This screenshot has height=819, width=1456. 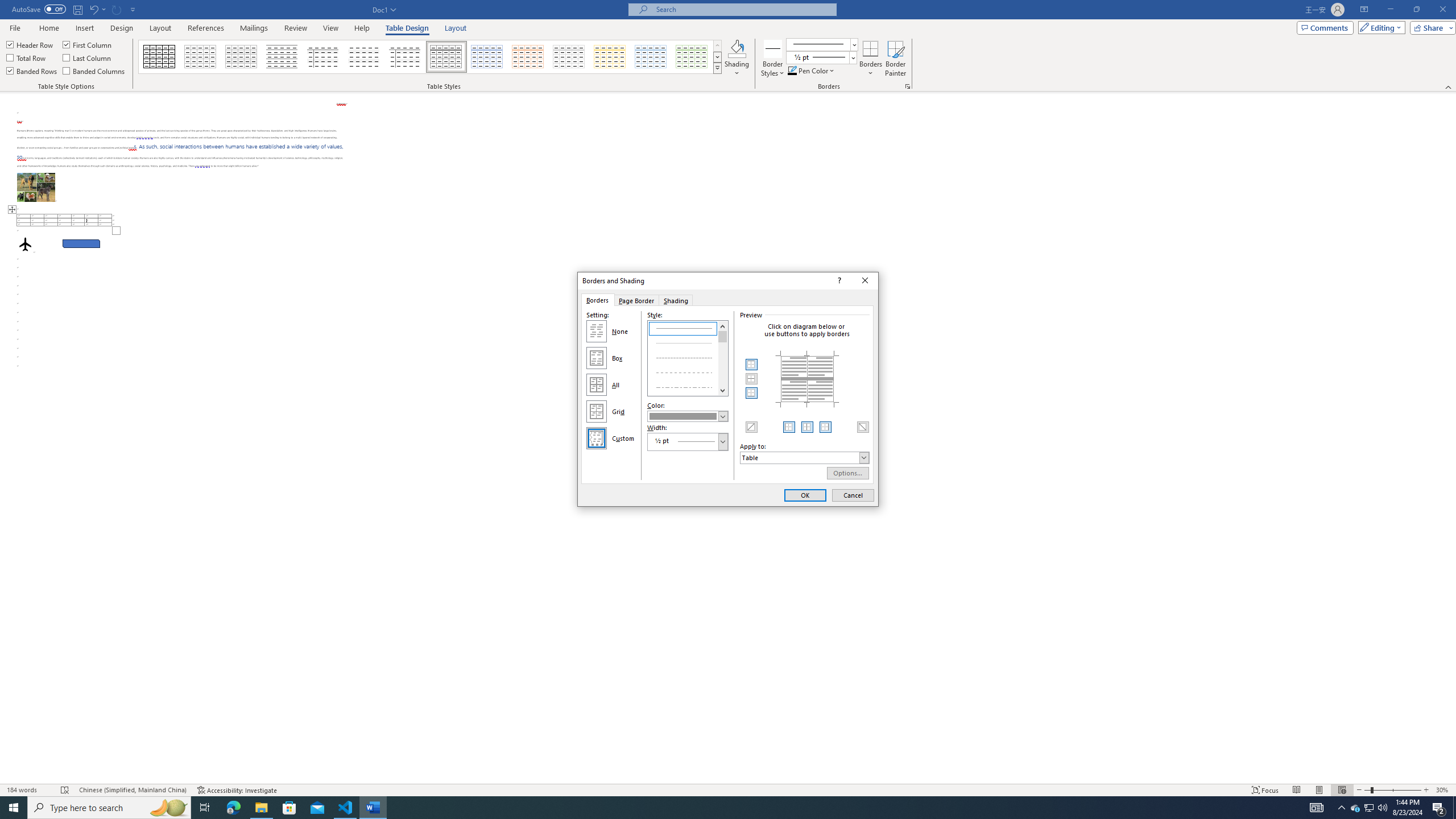 I want to click on 'Diagonal Up Border', so click(x=751, y=427).